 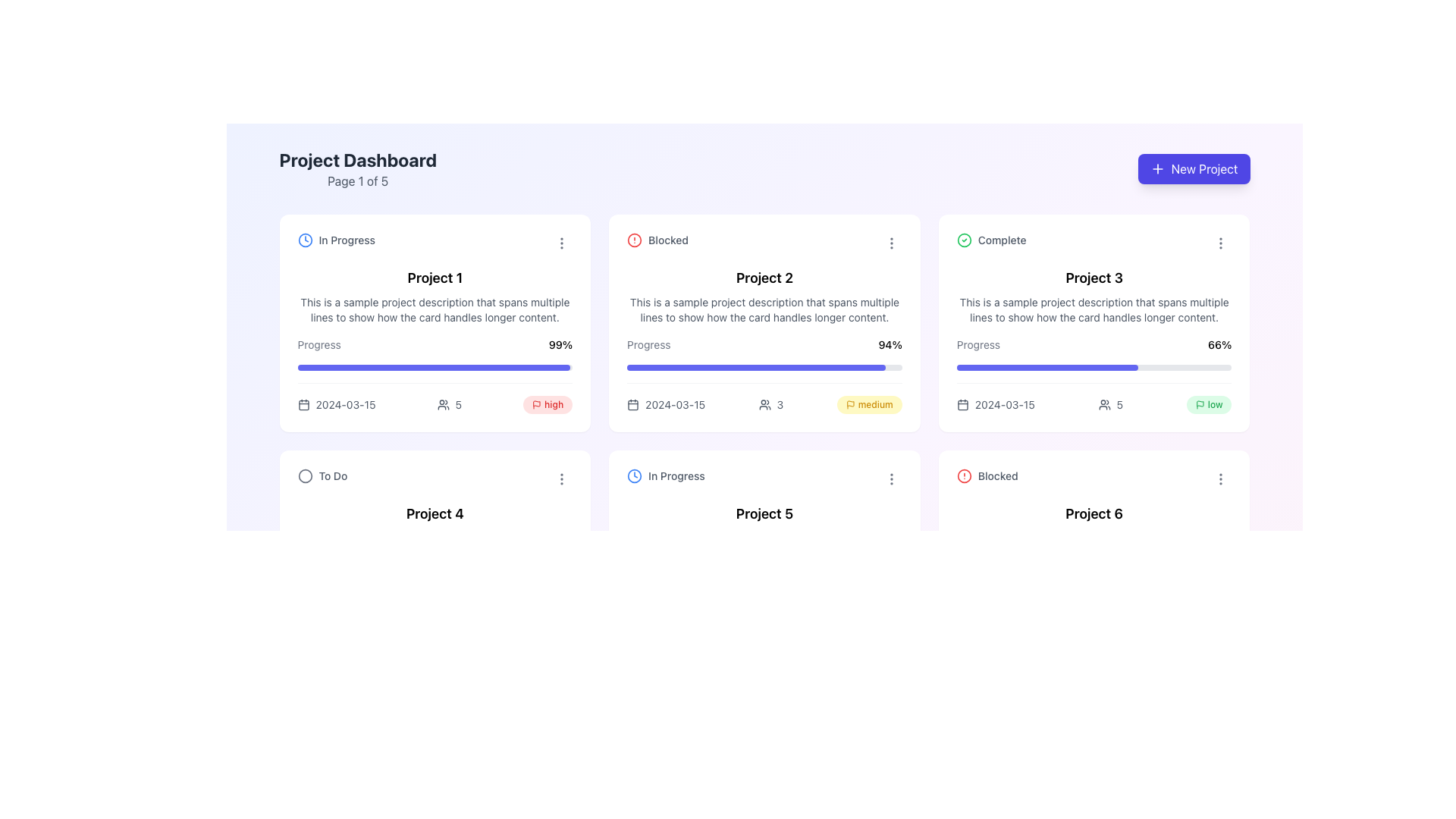 What do you see at coordinates (657, 239) in the screenshot?
I see `status information from the 'Blocked' status marker, which features a red warning icon in the second card labeled 'Project 2'` at bounding box center [657, 239].